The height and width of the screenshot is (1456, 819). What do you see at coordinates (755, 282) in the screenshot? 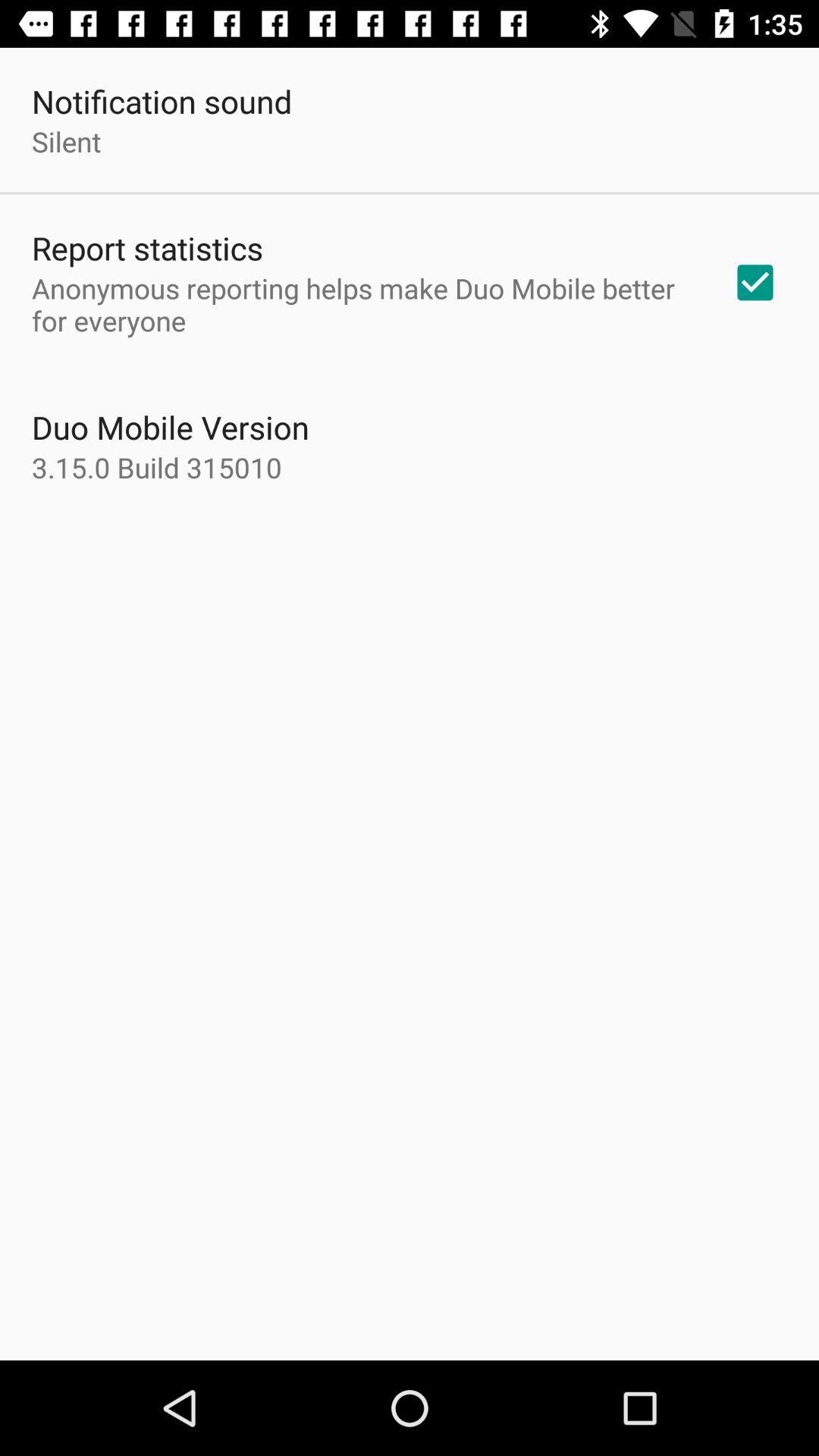
I see `icon at the top right corner` at bounding box center [755, 282].